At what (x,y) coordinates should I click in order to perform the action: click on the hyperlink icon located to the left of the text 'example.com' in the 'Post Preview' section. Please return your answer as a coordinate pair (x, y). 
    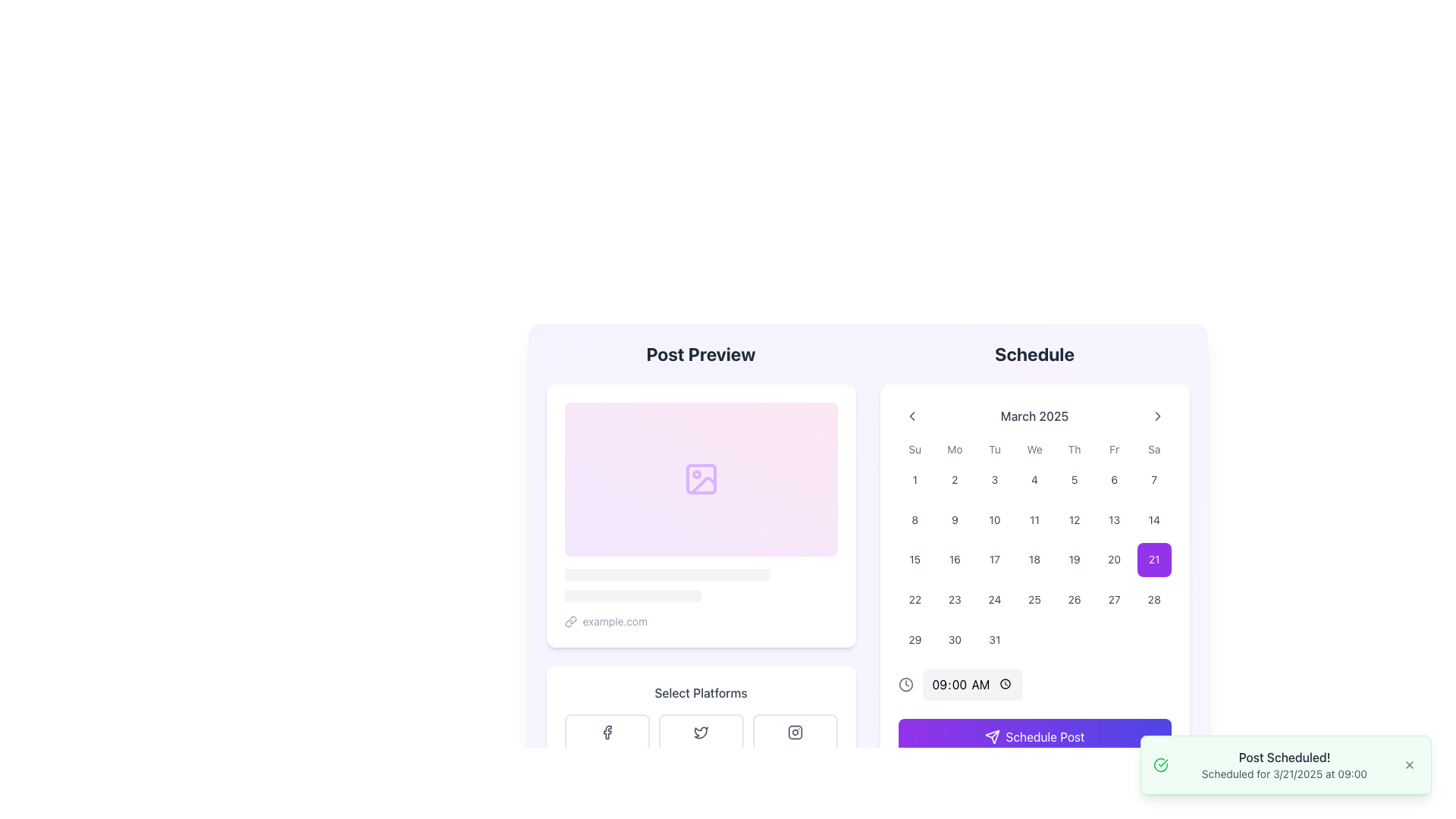
    Looking at the image, I should click on (570, 621).